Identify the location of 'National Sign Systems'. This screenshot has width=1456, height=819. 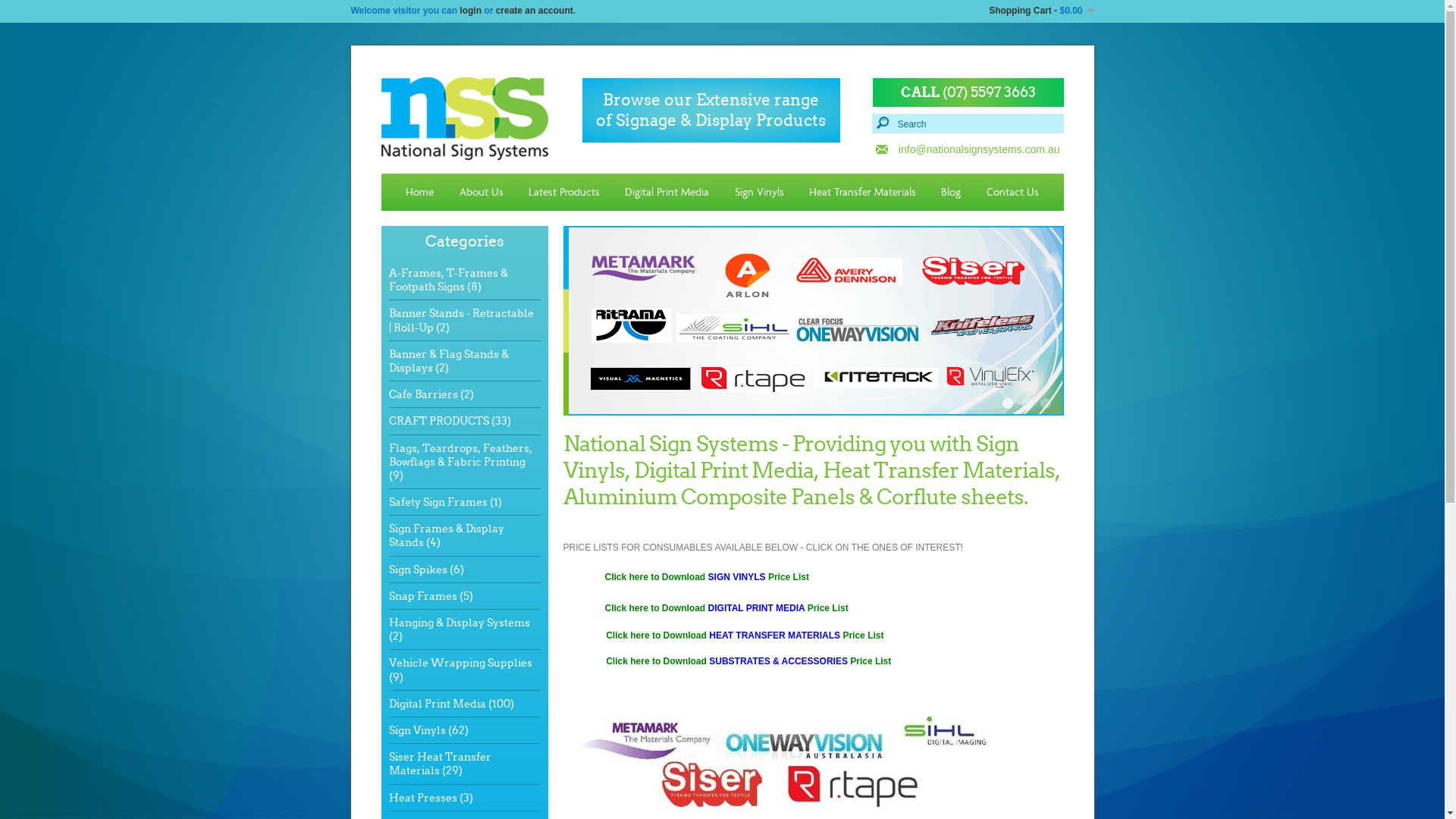
(381, 115).